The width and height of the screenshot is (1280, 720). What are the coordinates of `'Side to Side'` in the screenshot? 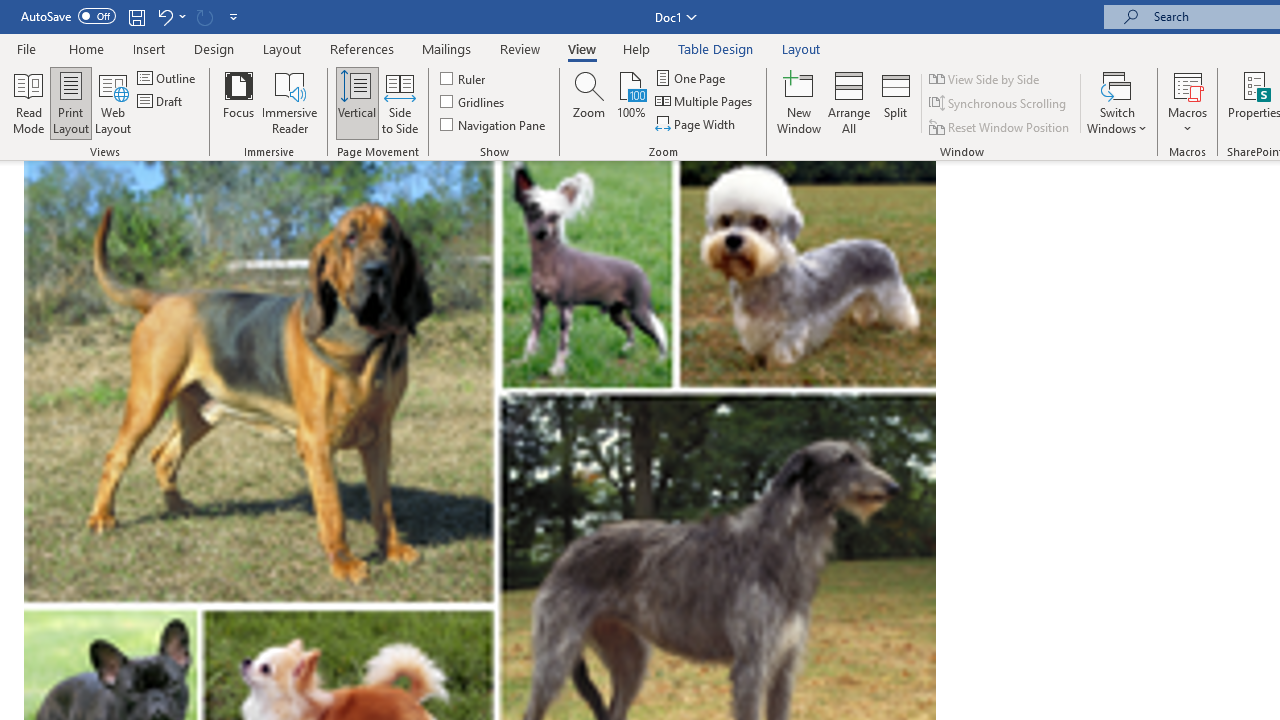 It's located at (400, 103).